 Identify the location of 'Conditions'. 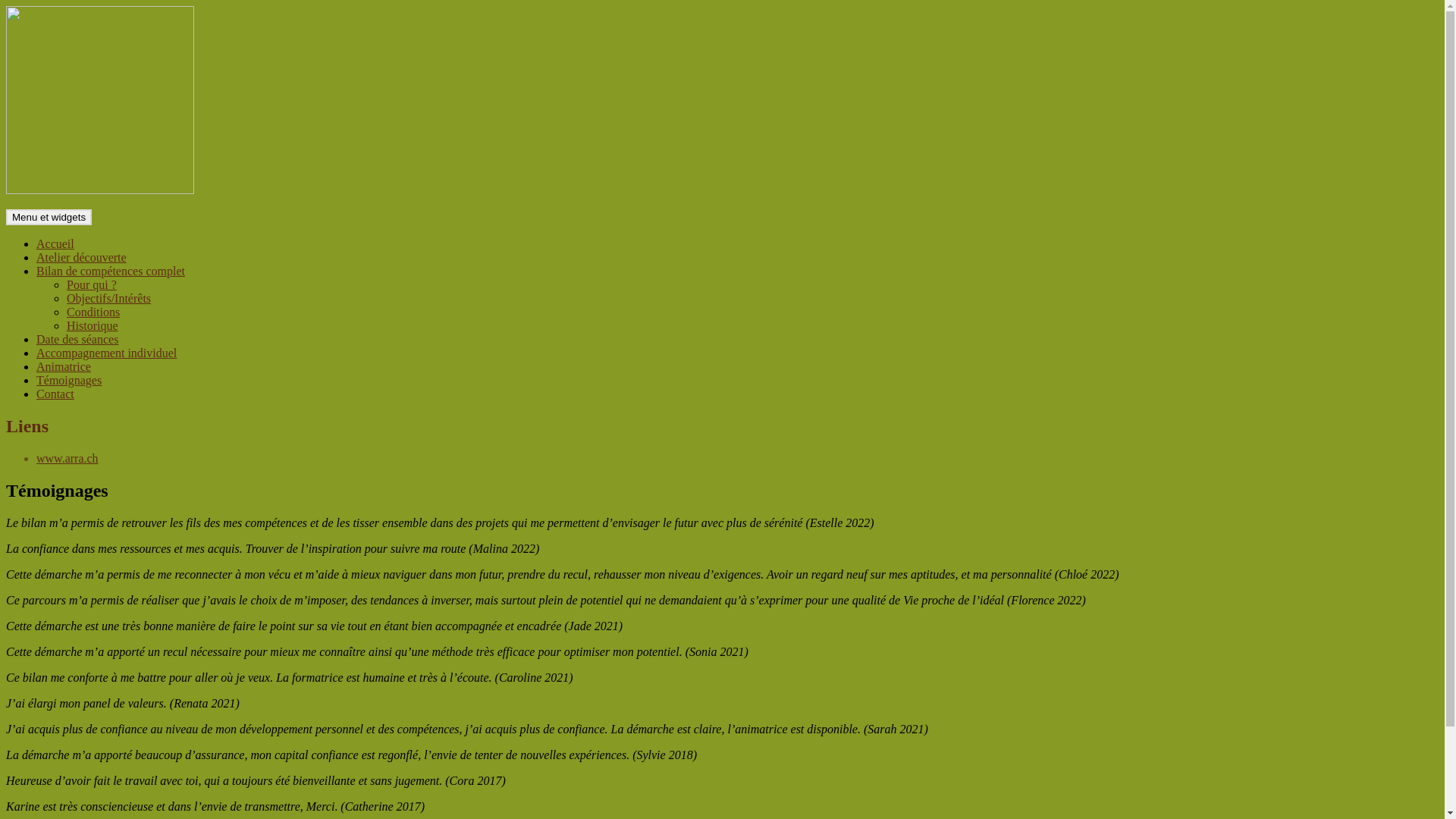
(93, 311).